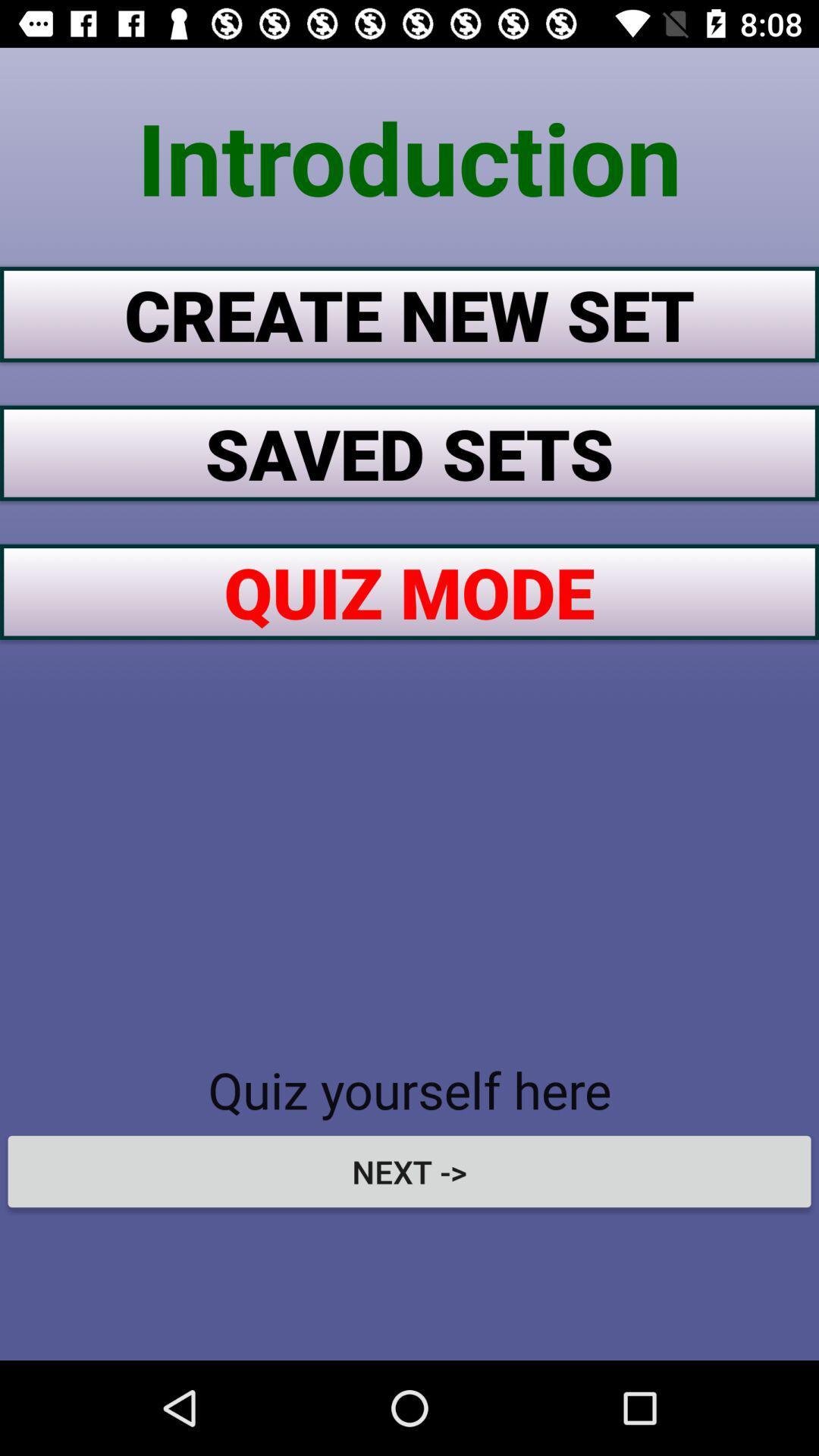  Describe the element at coordinates (409, 591) in the screenshot. I see `item below the saved sets item` at that location.